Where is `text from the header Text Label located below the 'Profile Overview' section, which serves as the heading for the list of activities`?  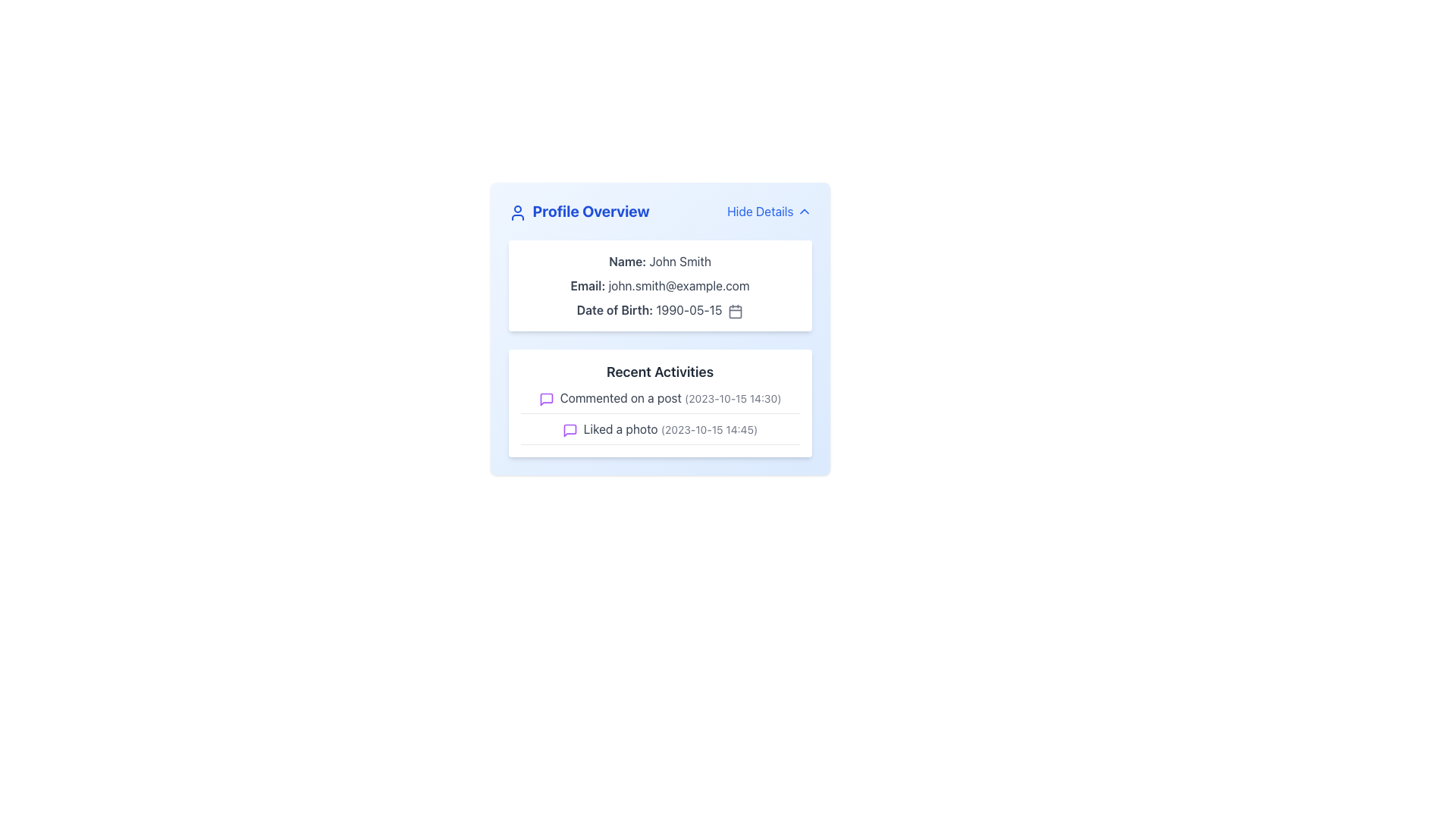 text from the header Text Label located below the 'Profile Overview' section, which serves as the heading for the list of activities is located at coordinates (660, 372).